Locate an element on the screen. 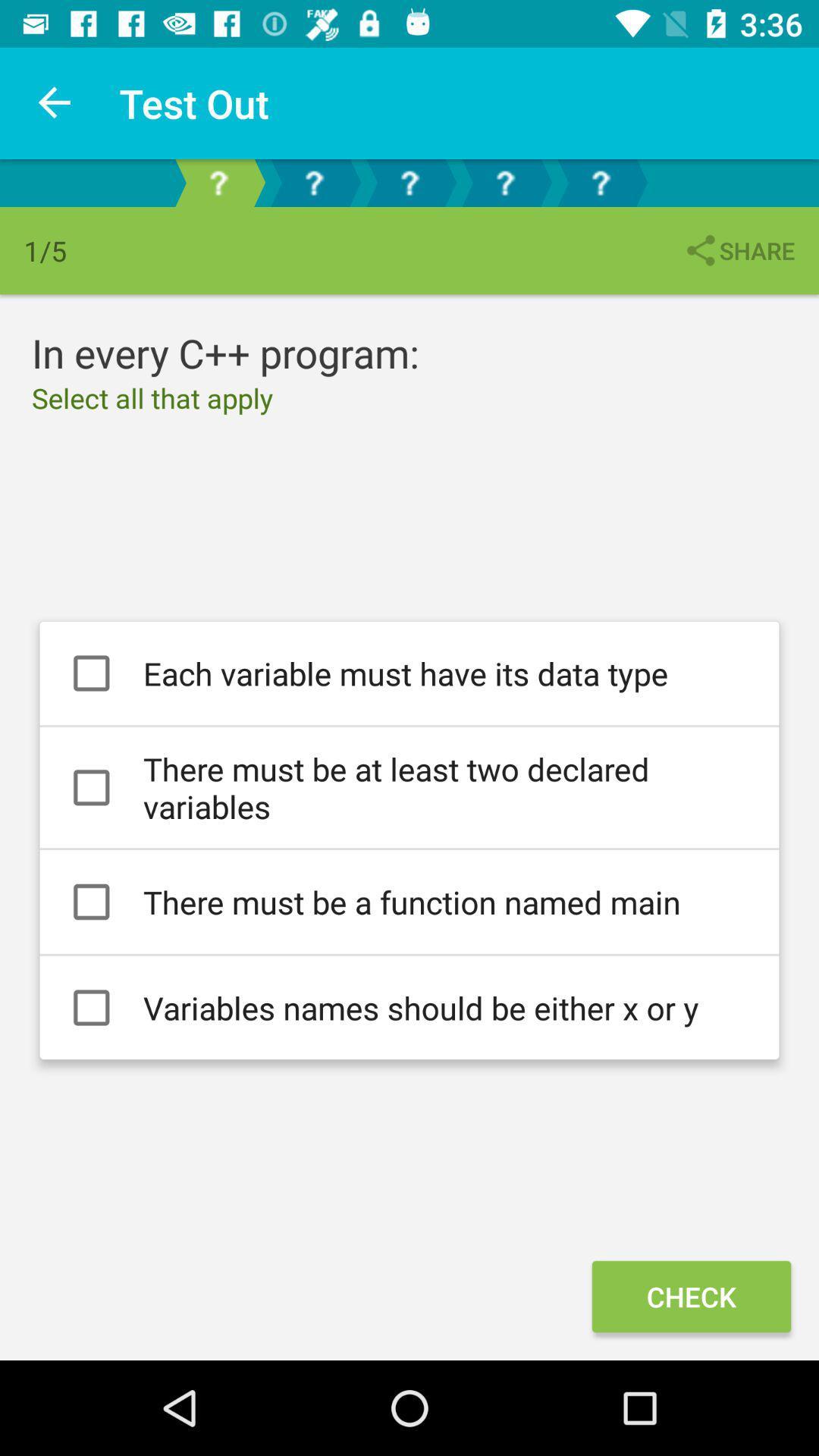  share icon is located at coordinates (738, 250).